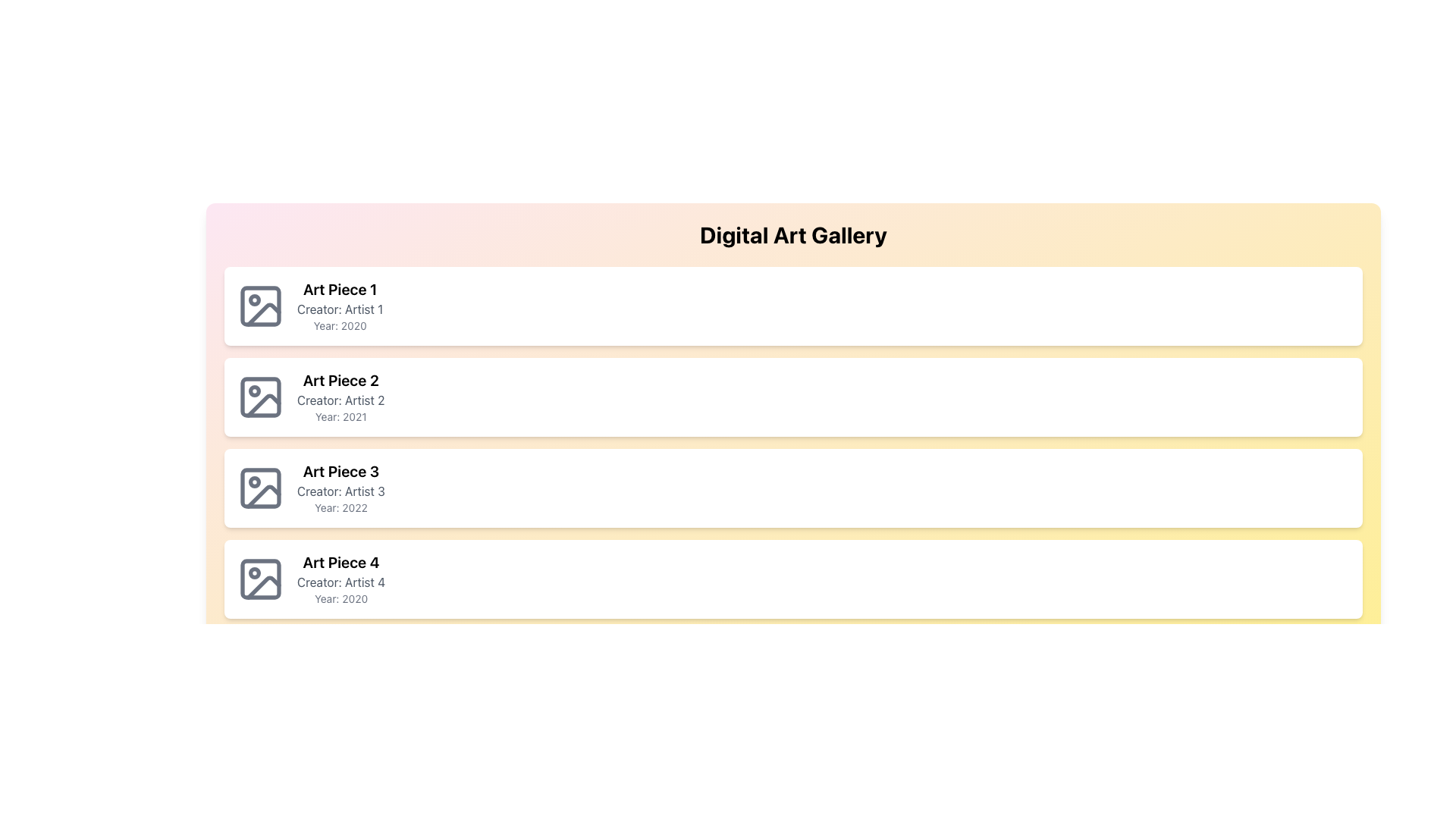 The width and height of the screenshot is (1456, 819). What do you see at coordinates (261, 397) in the screenshot?
I see `the visual icon representing the associated art piece for 'Art Piece 2' to interact with it` at bounding box center [261, 397].